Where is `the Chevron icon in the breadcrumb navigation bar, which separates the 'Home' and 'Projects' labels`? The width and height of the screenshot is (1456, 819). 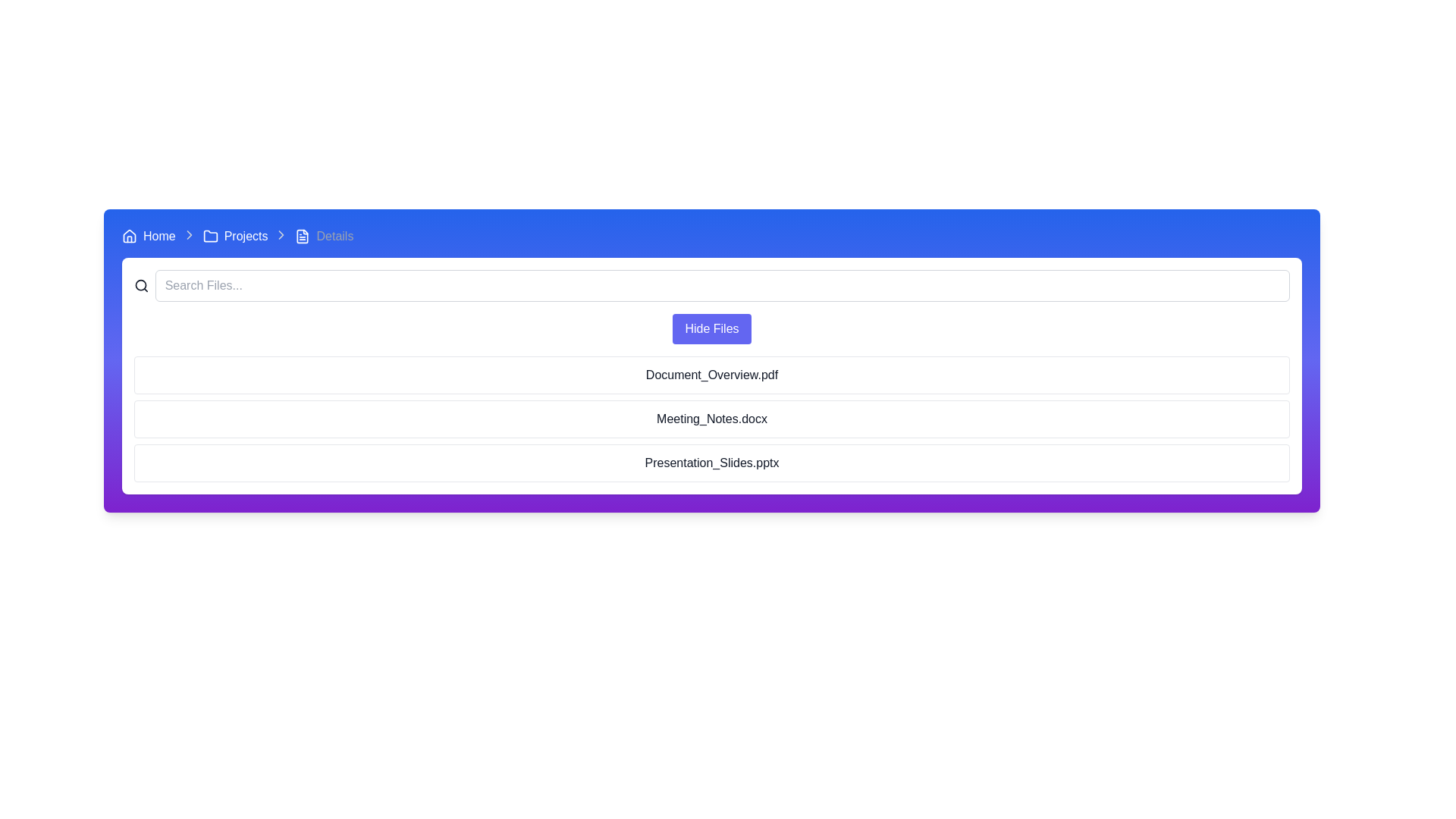 the Chevron icon in the breadcrumb navigation bar, which separates the 'Home' and 'Projects' labels is located at coordinates (188, 237).